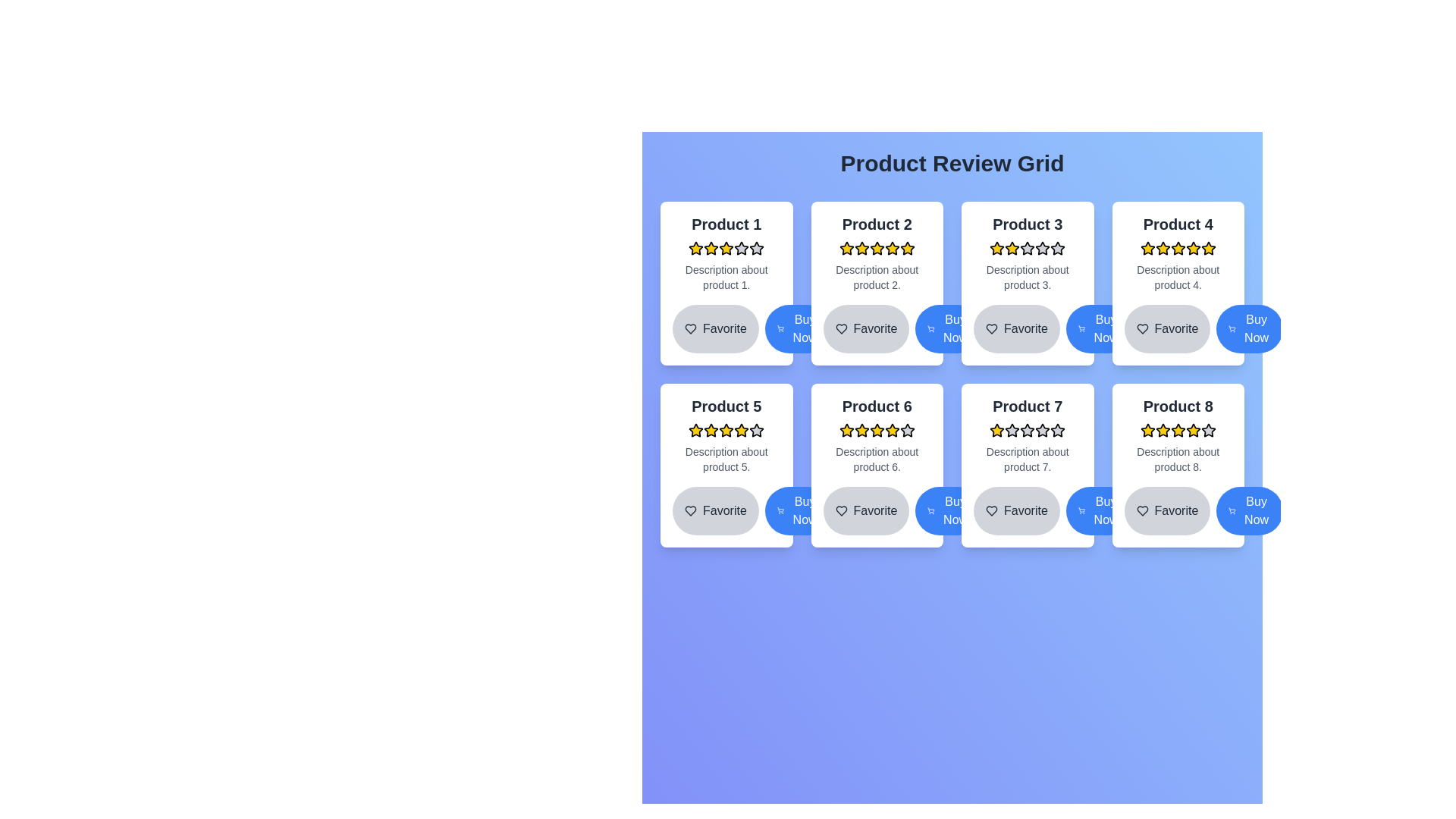 The height and width of the screenshot is (819, 1456). I want to click on the fifth star icon with a gray fill in the 'Product 5' card located in the second row, first column of the grid, so click(757, 430).